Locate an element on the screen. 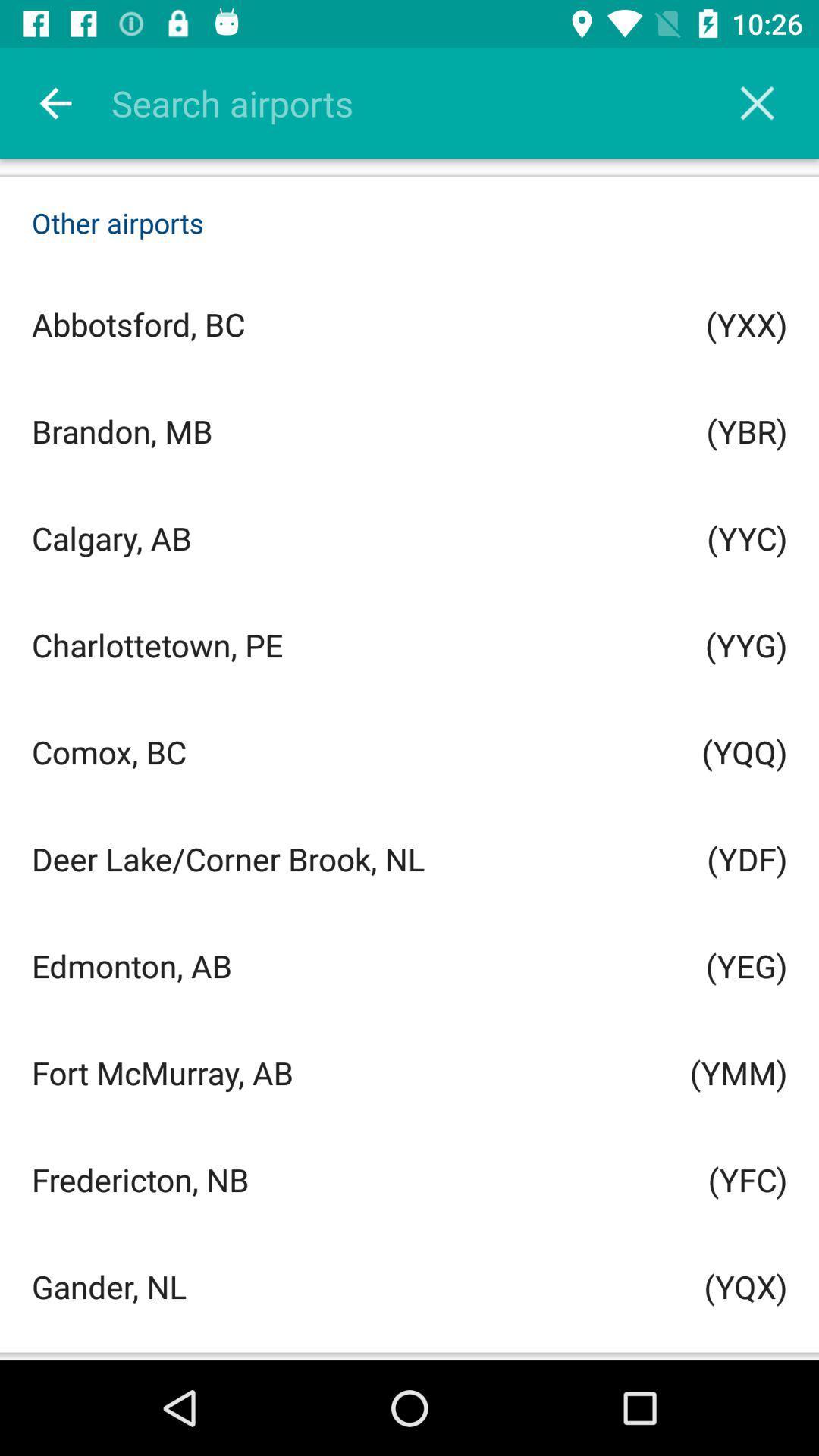 The width and height of the screenshot is (819, 1456). search is located at coordinates (429, 102).